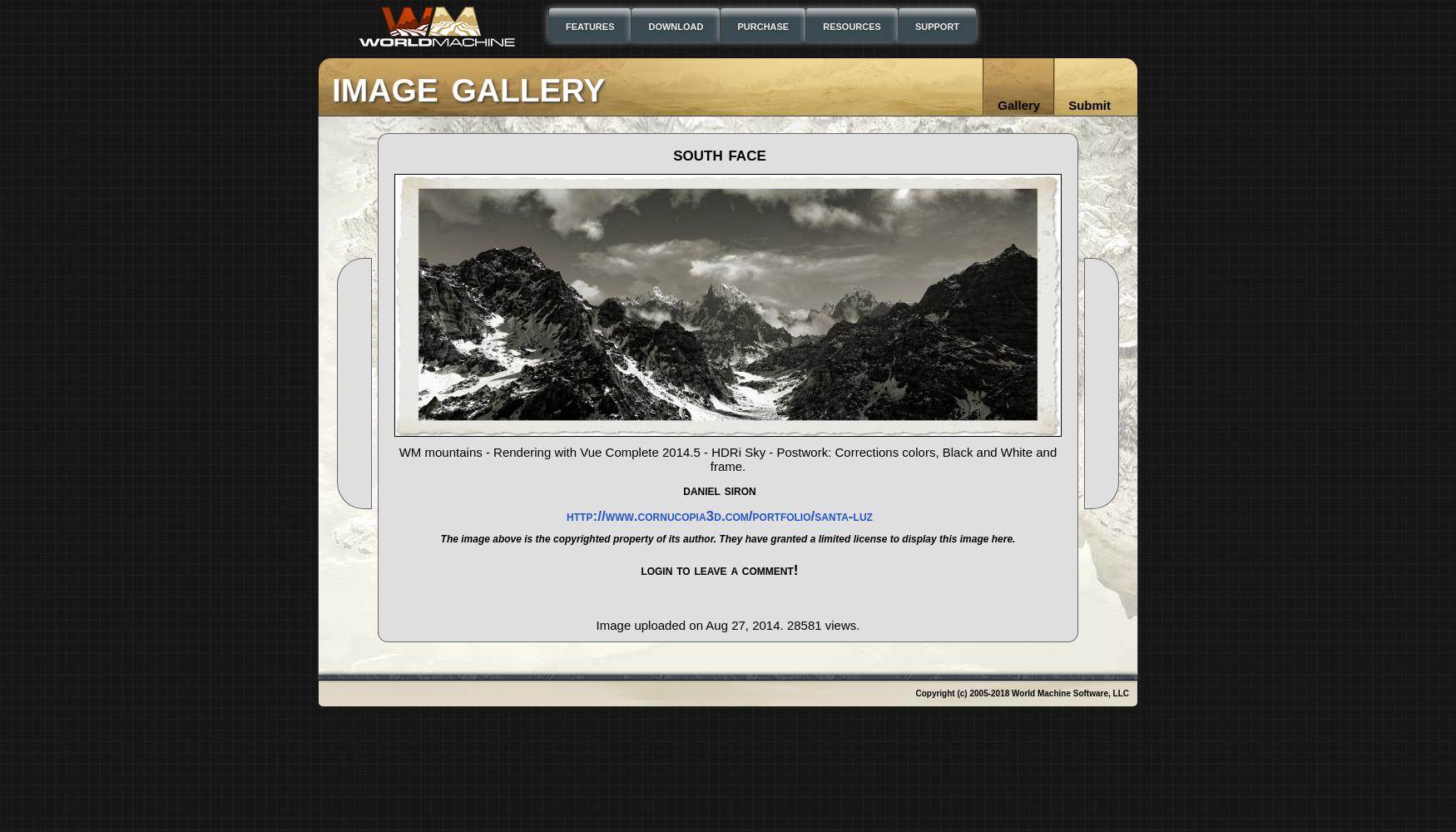 Image resolution: width=1456 pixels, height=832 pixels. I want to click on 'Copyright (c) 2005-2018 World Machine Software, LLC', so click(1022, 692).